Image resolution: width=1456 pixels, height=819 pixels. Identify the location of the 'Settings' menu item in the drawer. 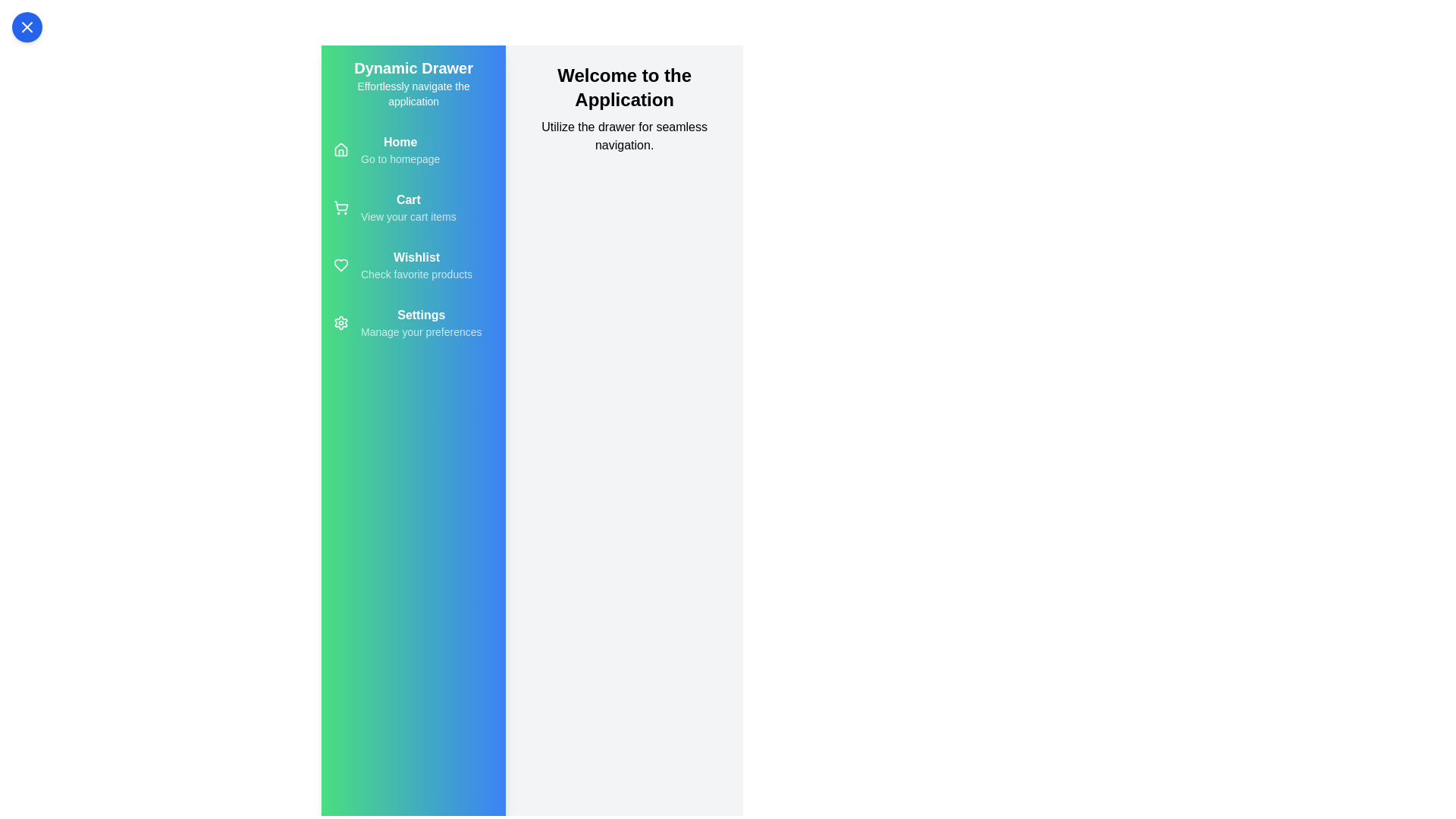
(421, 322).